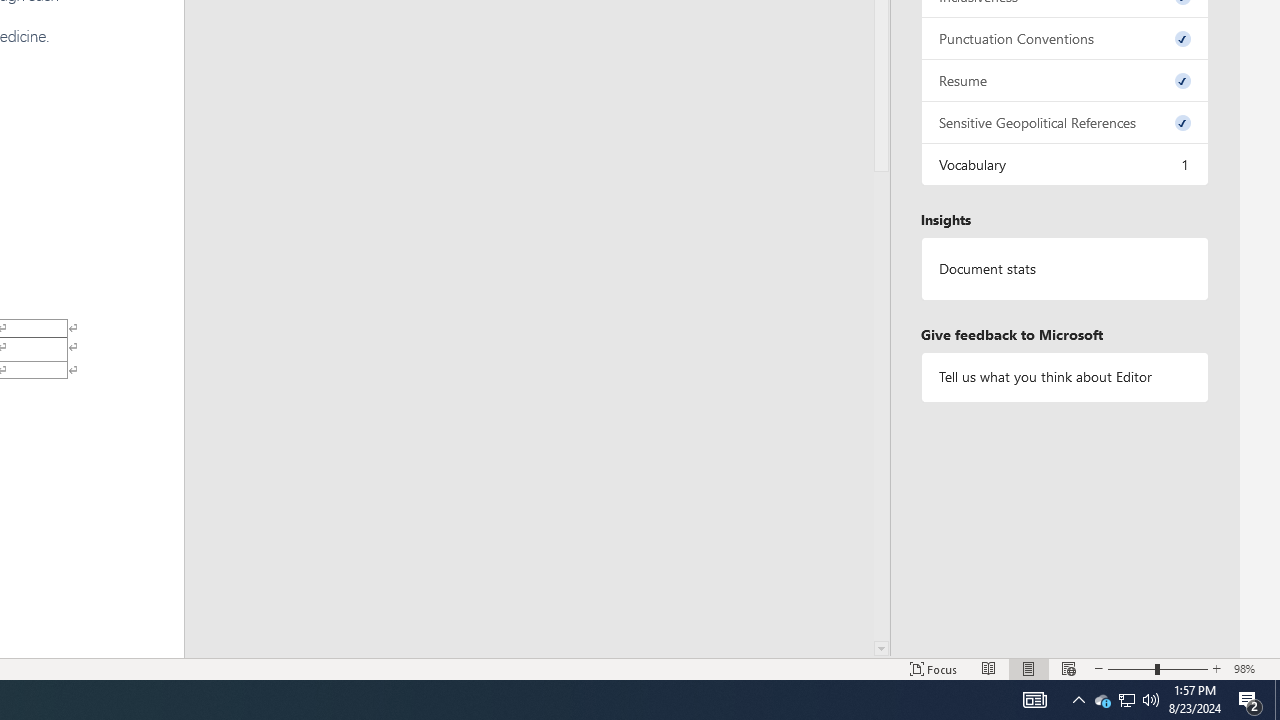 This screenshot has height=720, width=1280. What do you see at coordinates (1216, 669) in the screenshot?
I see `'Zoom In'` at bounding box center [1216, 669].